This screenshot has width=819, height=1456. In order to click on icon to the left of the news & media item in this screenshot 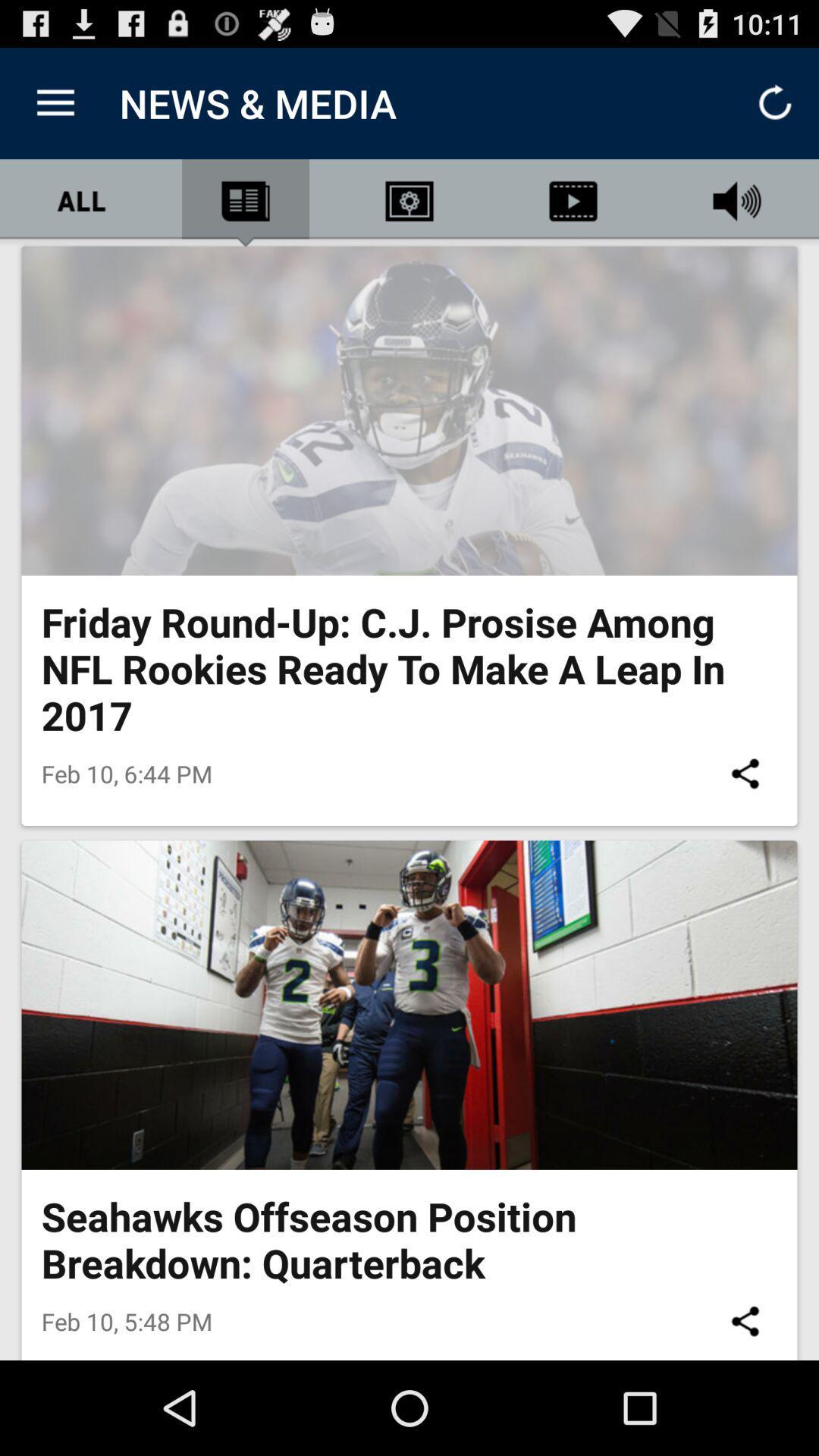, I will do `click(55, 102)`.